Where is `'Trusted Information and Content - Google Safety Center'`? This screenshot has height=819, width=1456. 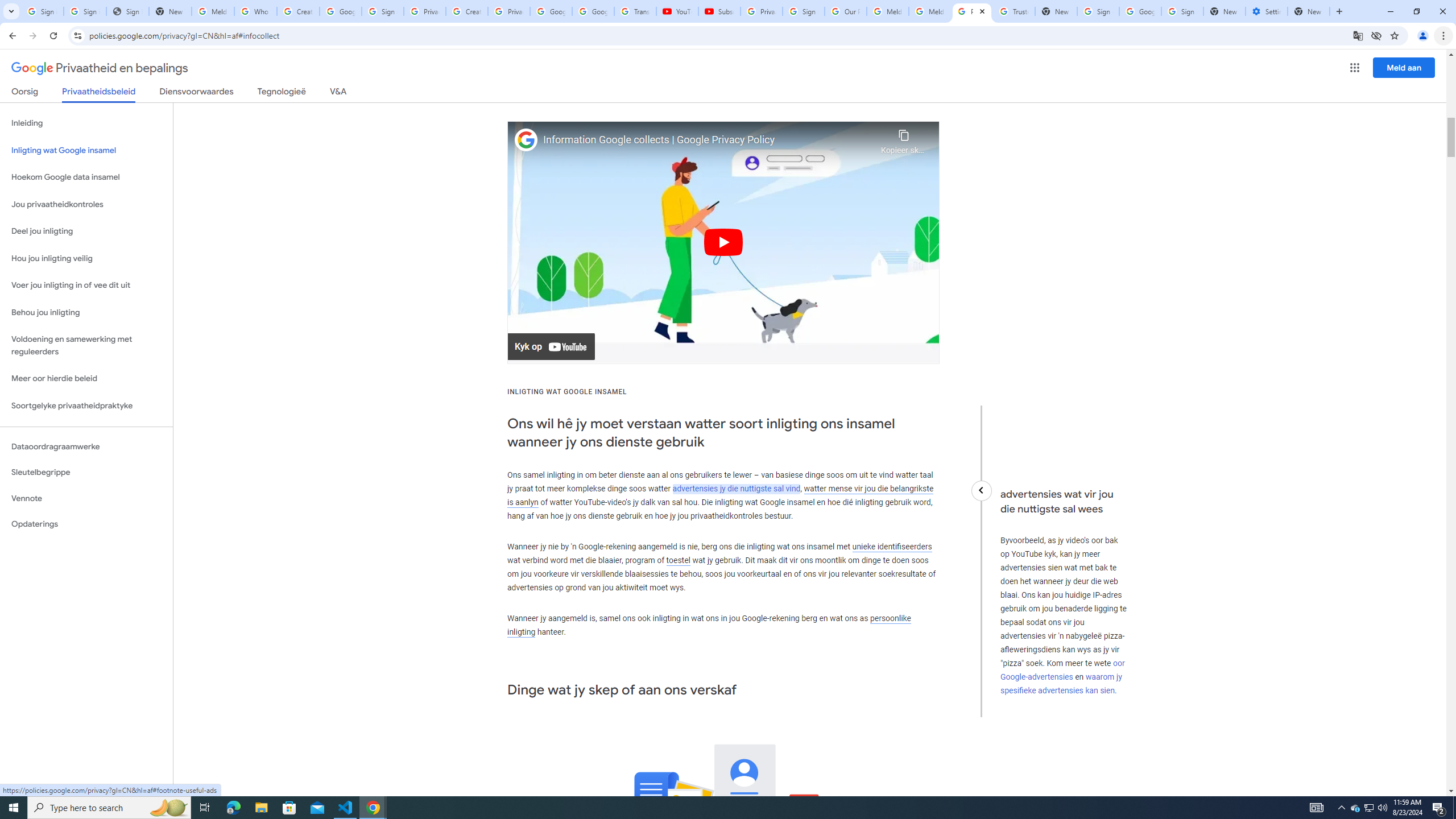 'Trusted Information and Content - Google Safety Center' is located at coordinates (1014, 11).